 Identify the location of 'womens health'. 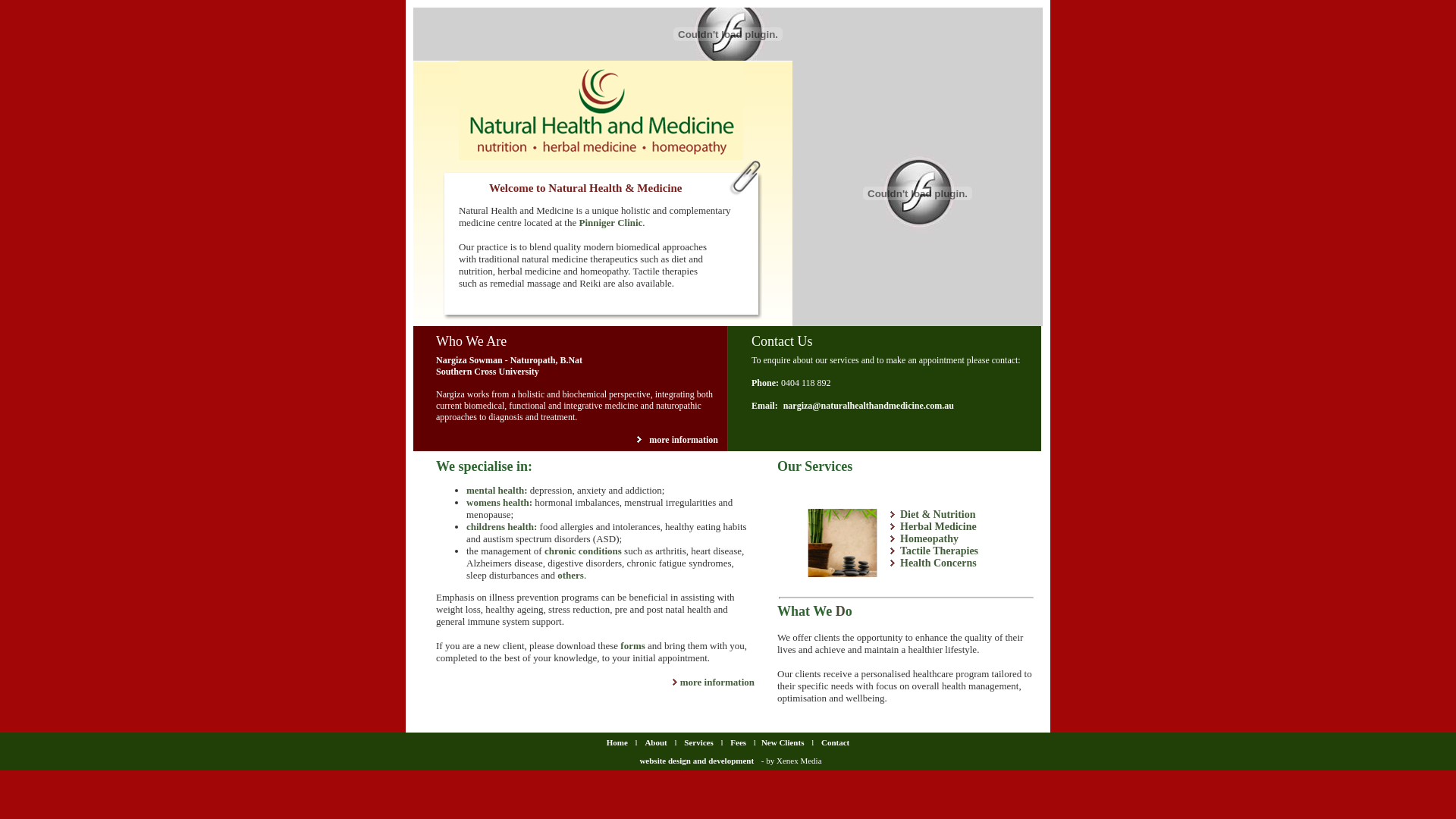
(465, 502).